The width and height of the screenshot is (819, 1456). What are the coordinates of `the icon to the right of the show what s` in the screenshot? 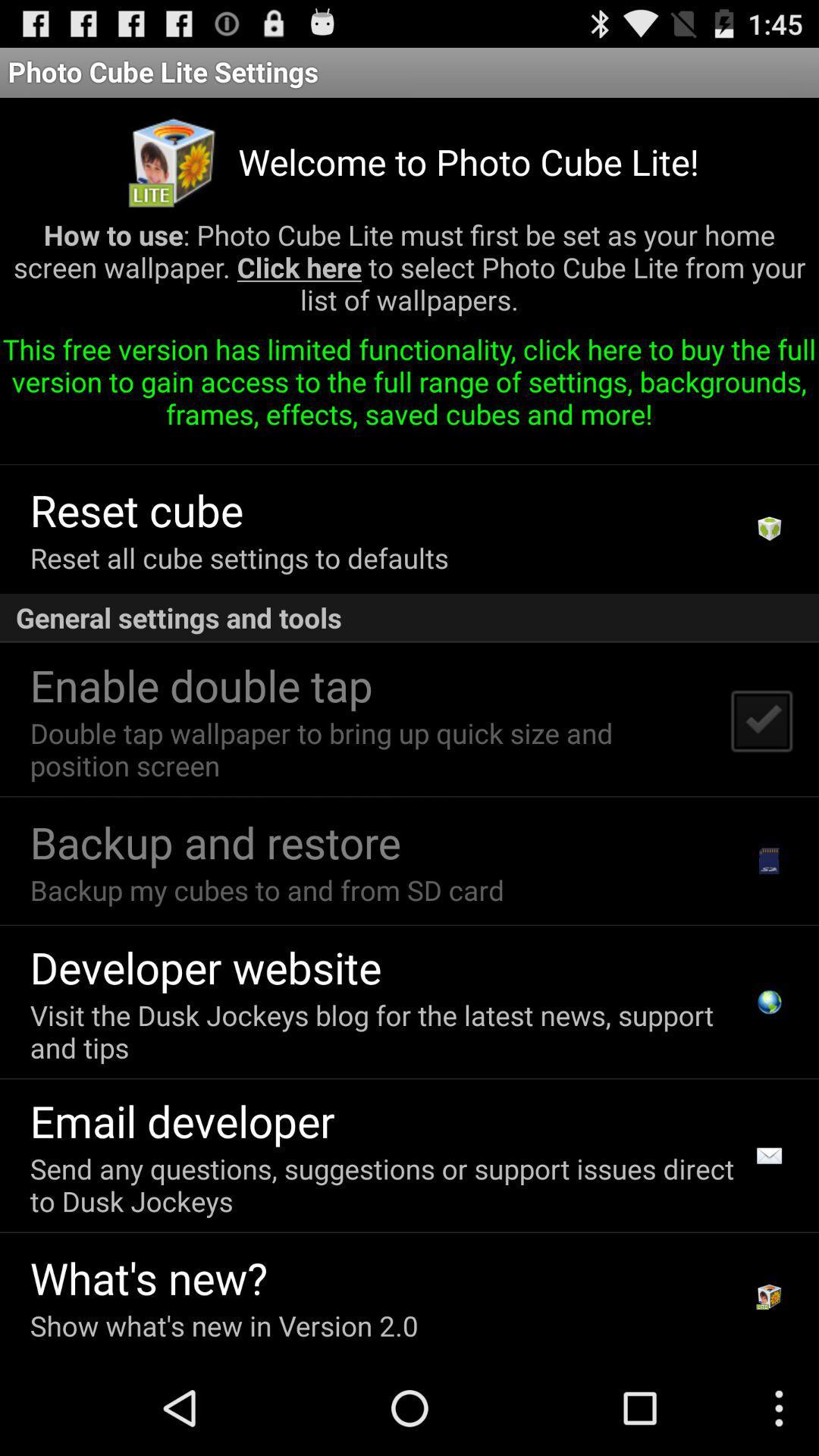 It's located at (769, 1295).